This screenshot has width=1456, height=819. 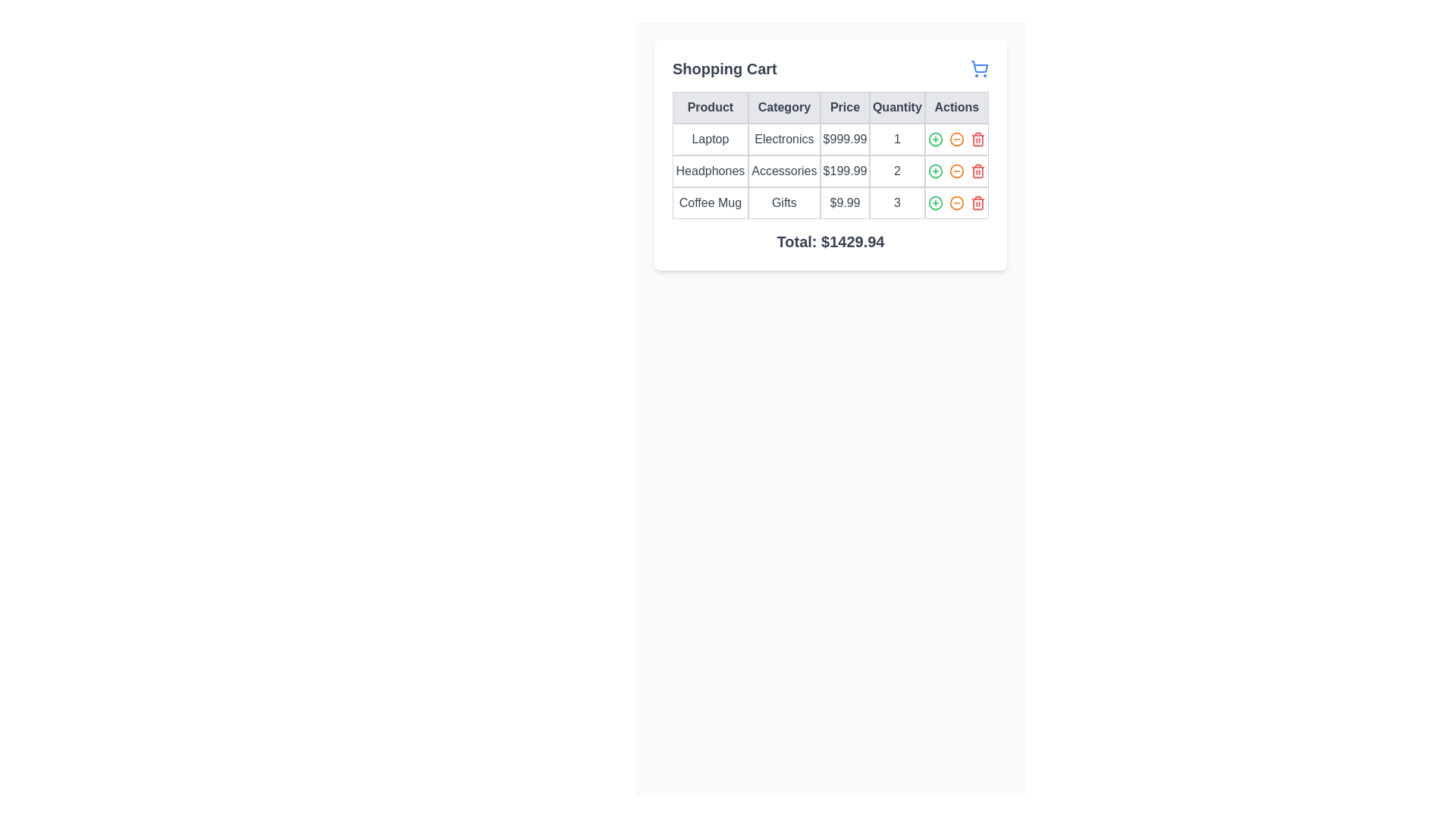 What do you see at coordinates (934, 202) in the screenshot?
I see `the green circle button in the third row of the 'Actions' column` at bounding box center [934, 202].